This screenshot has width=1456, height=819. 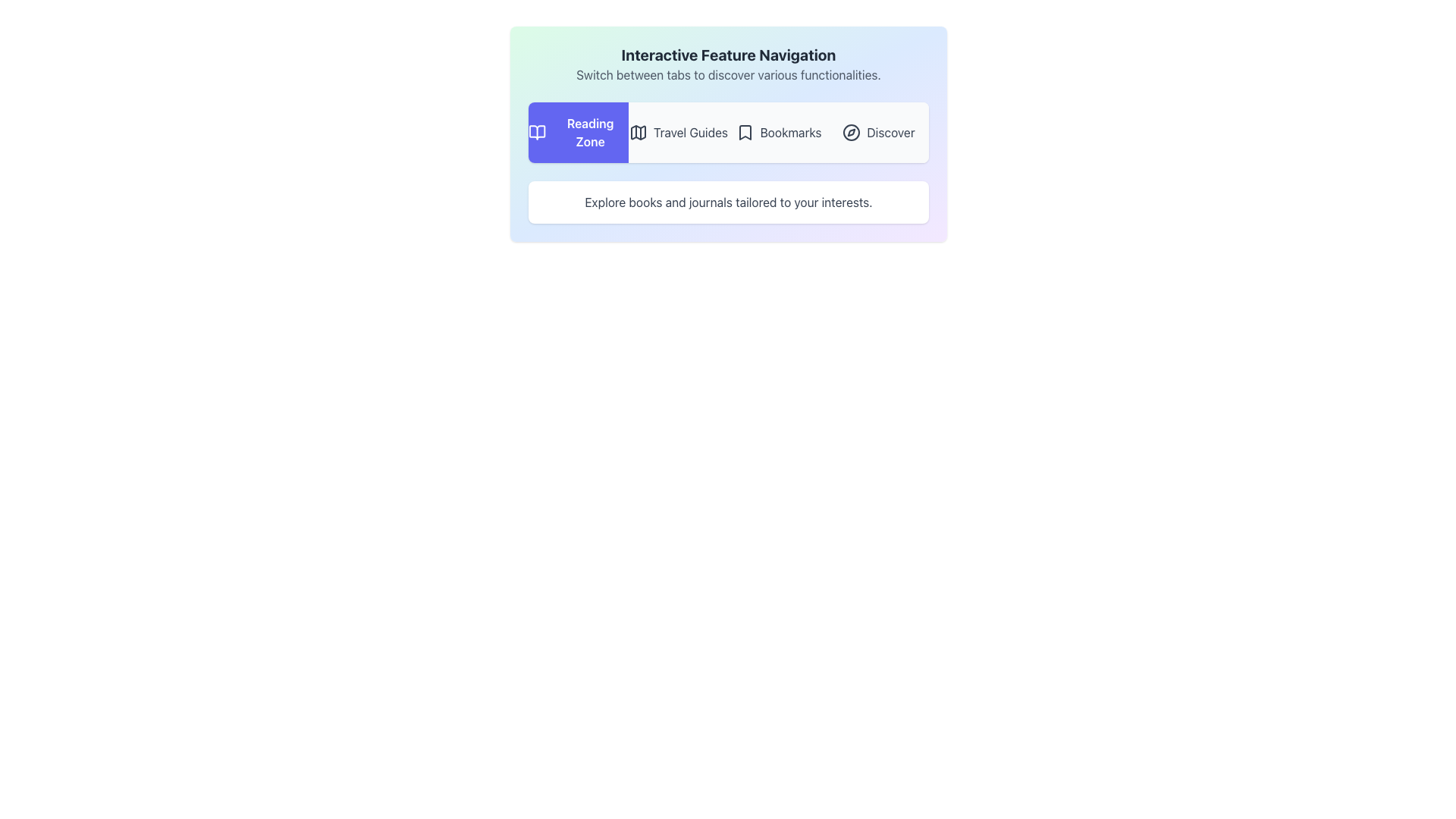 I want to click on text in the Text description area located below the interactive buttons (Reading Zone, Travel Guides, Bookmarks, Discover) on a light gradient background, so click(x=728, y=201).